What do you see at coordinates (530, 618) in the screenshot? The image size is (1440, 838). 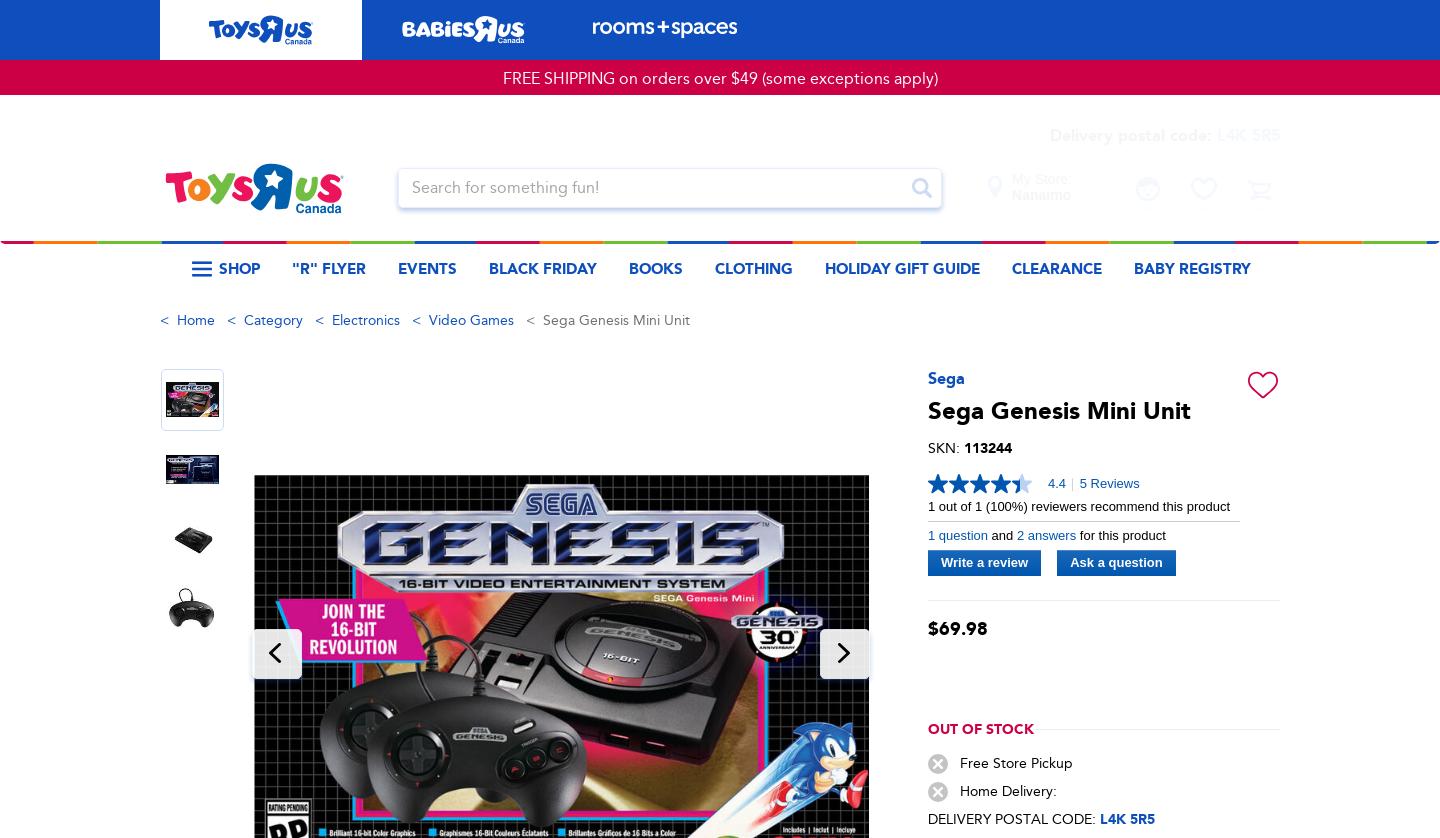 I see `'I am age 17 or older'` at bounding box center [530, 618].